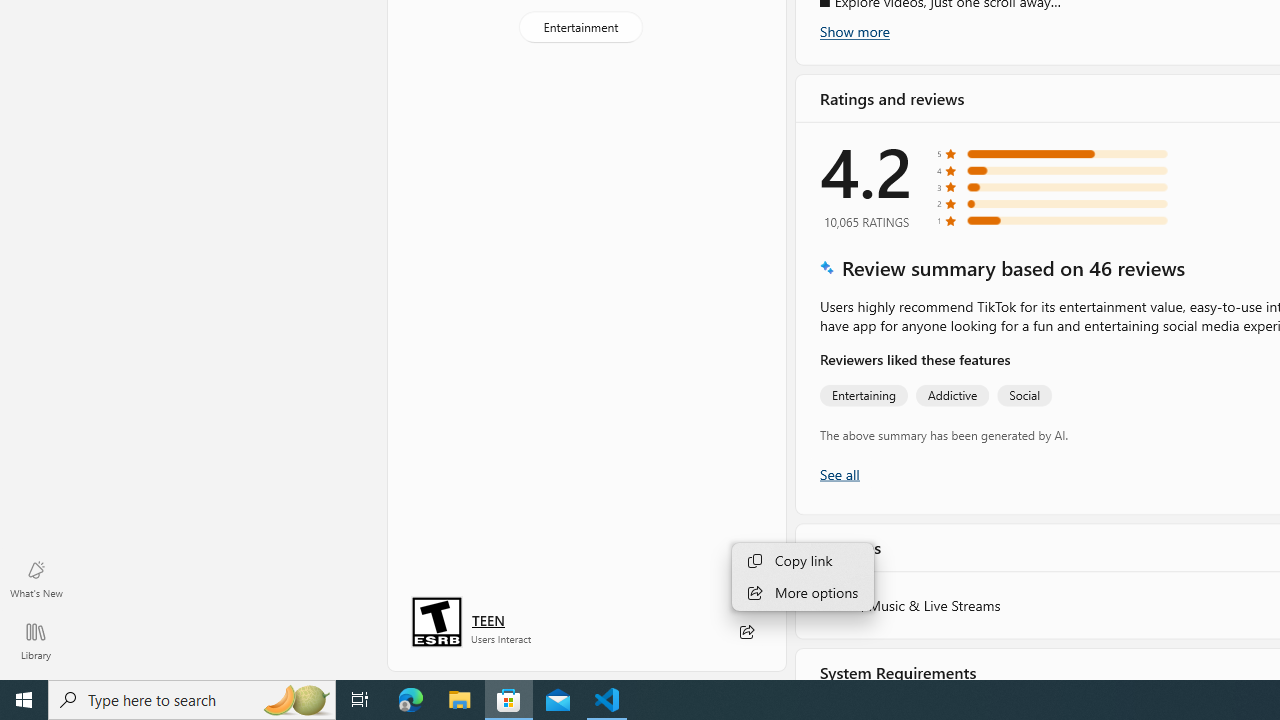 This screenshot has width=1280, height=720. What do you see at coordinates (745, 632) in the screenshot?
I see `'Share'` at bounding box center [745, 632].